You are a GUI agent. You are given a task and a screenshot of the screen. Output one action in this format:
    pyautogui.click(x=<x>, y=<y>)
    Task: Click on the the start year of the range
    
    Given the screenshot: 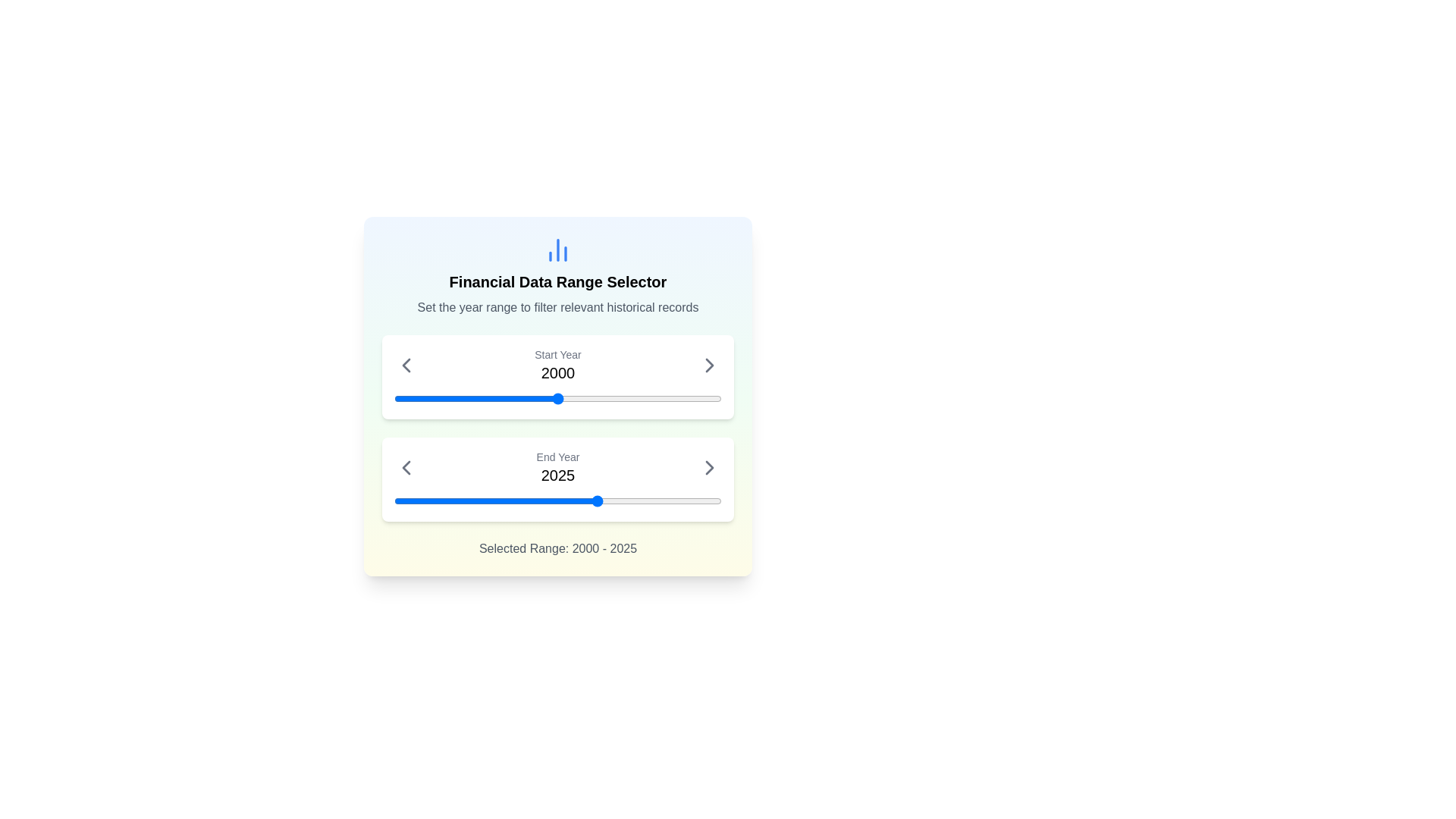 What is the action you would take?
    pyautogui.click(x=701, y=397)
    